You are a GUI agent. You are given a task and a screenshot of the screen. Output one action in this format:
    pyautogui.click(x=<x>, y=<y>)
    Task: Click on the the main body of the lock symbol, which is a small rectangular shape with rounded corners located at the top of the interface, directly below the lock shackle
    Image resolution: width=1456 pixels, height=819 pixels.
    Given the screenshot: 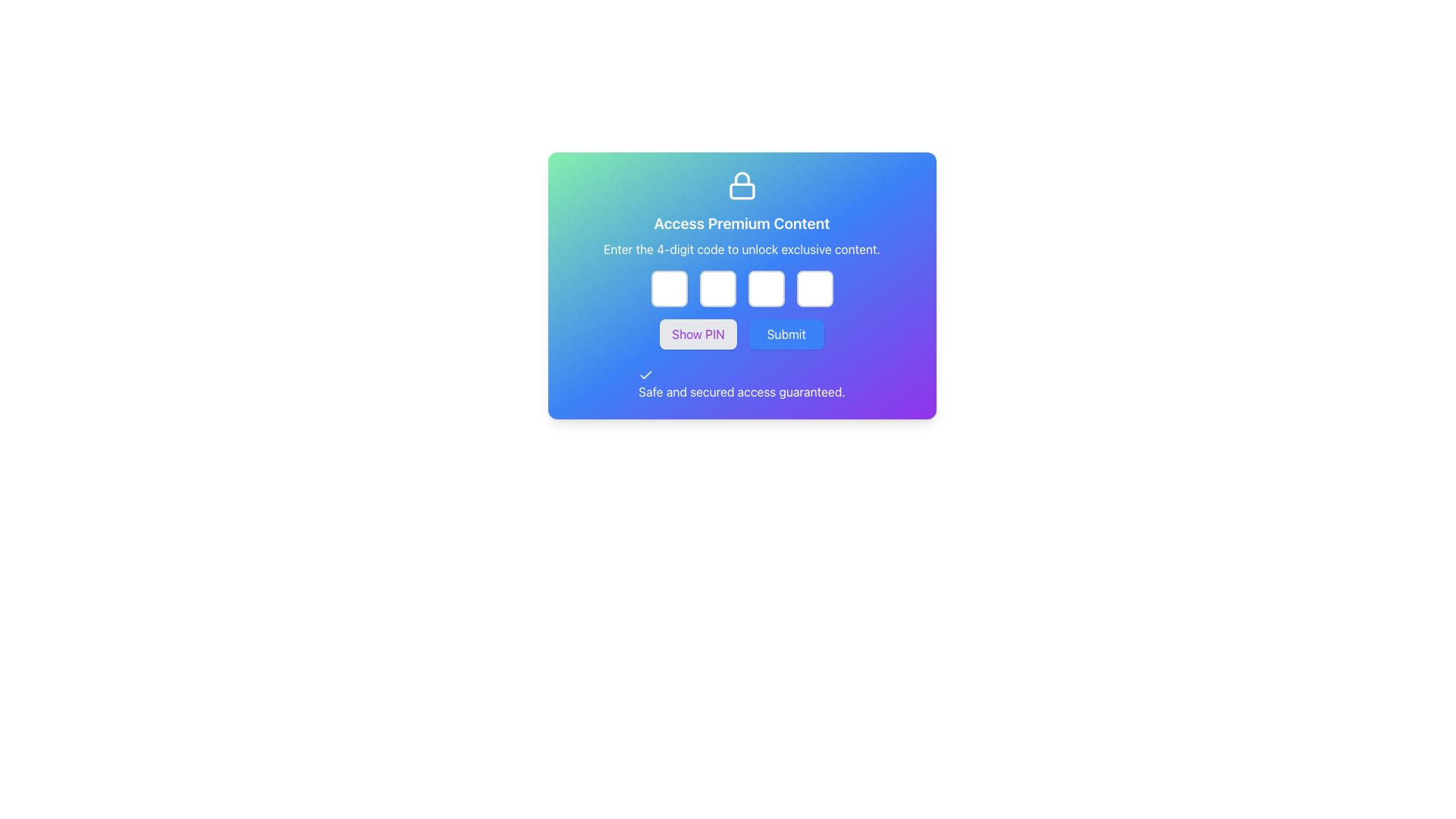 What is the action you would take?
    pyautogui.click(x=742, y=190)
    